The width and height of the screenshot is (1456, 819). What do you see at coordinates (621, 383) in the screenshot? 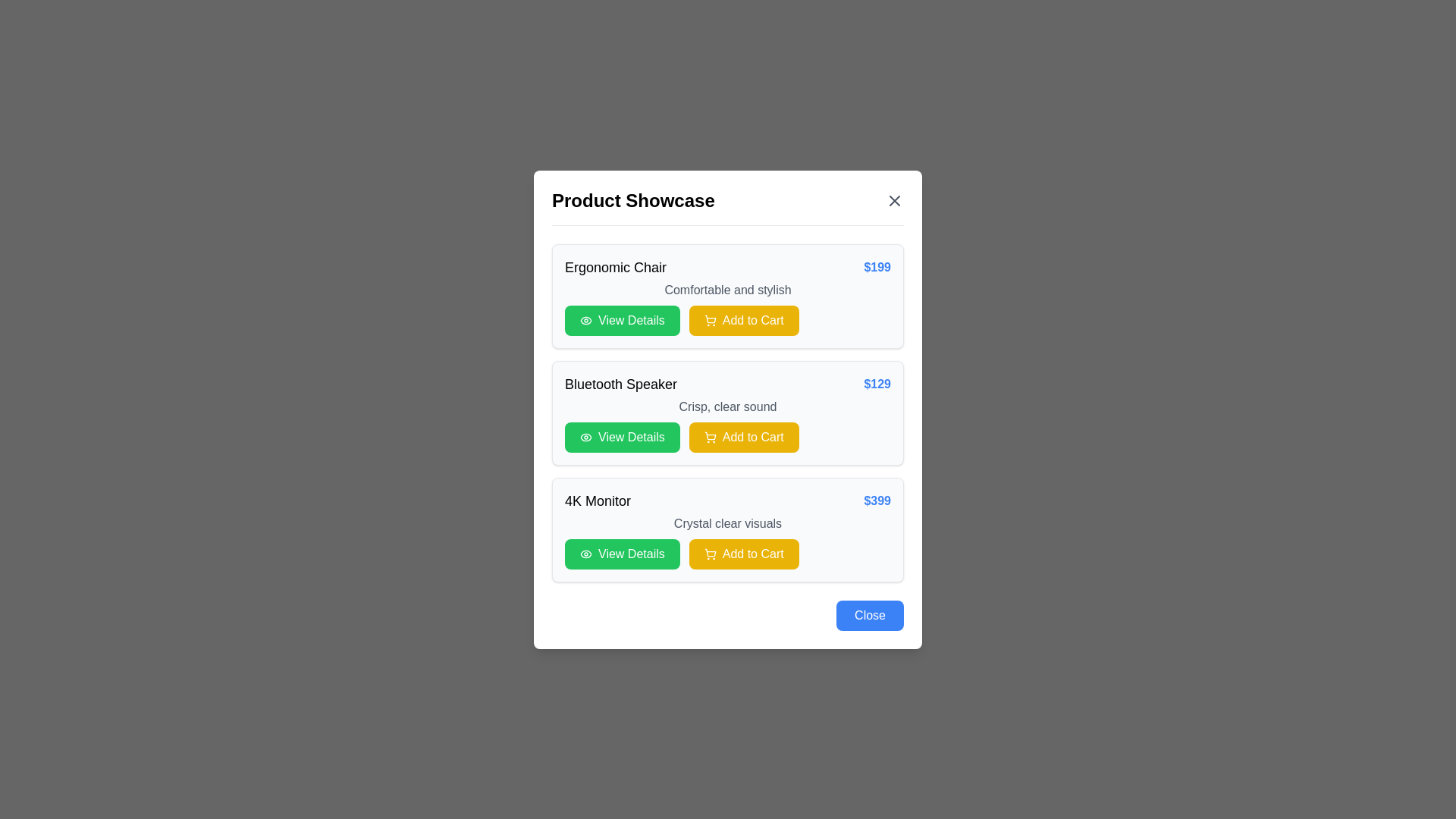
I see `the text label reading 'Bluetooth Speaker', which is styled as a title in bold typography and positioned as the primary title of the second product card in the list format` at bounding box center [621, 383].